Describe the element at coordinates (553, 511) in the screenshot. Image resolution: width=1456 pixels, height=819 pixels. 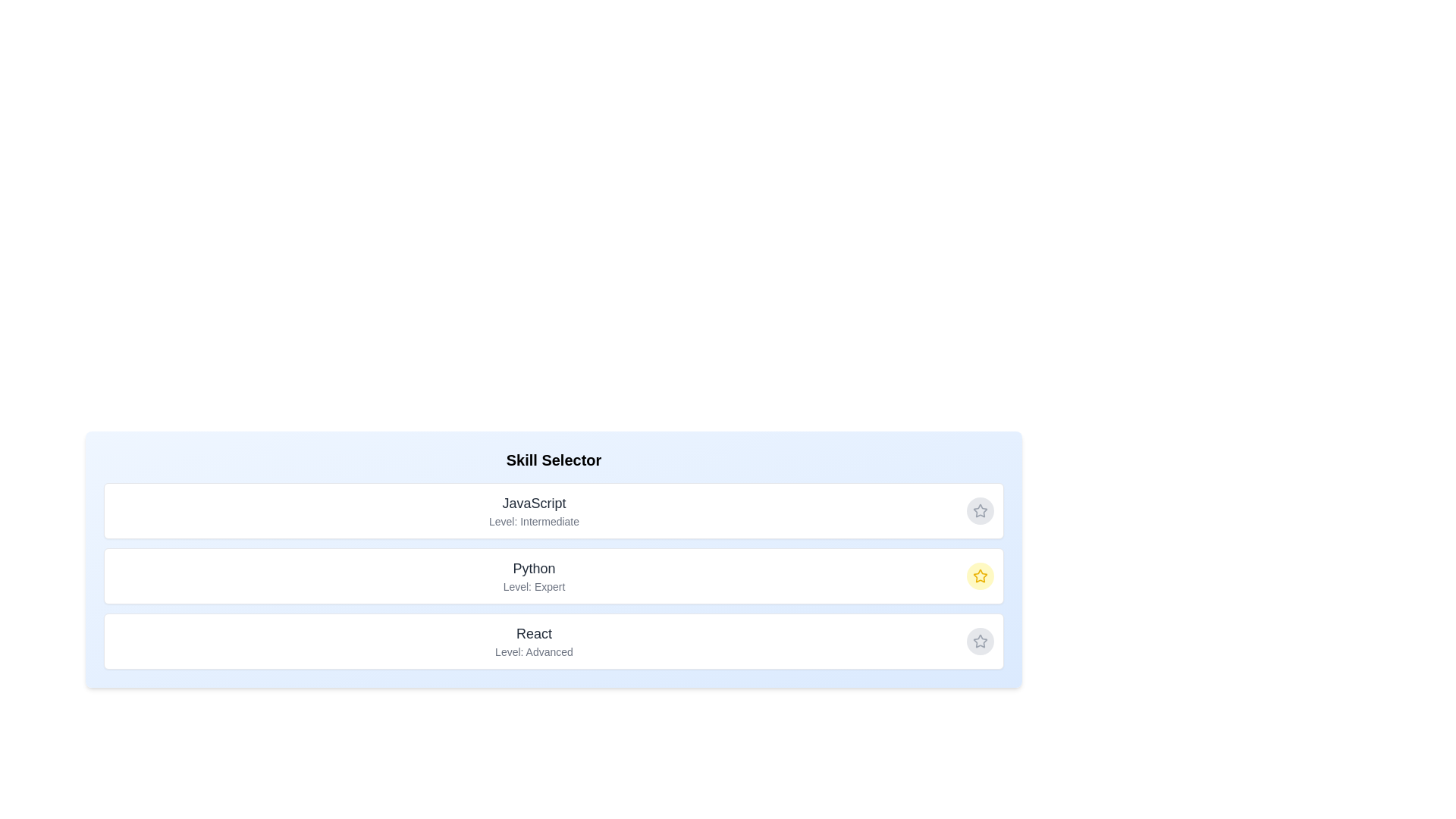
I see `the skill item JavaScript to inspect its hover effects` at that location.